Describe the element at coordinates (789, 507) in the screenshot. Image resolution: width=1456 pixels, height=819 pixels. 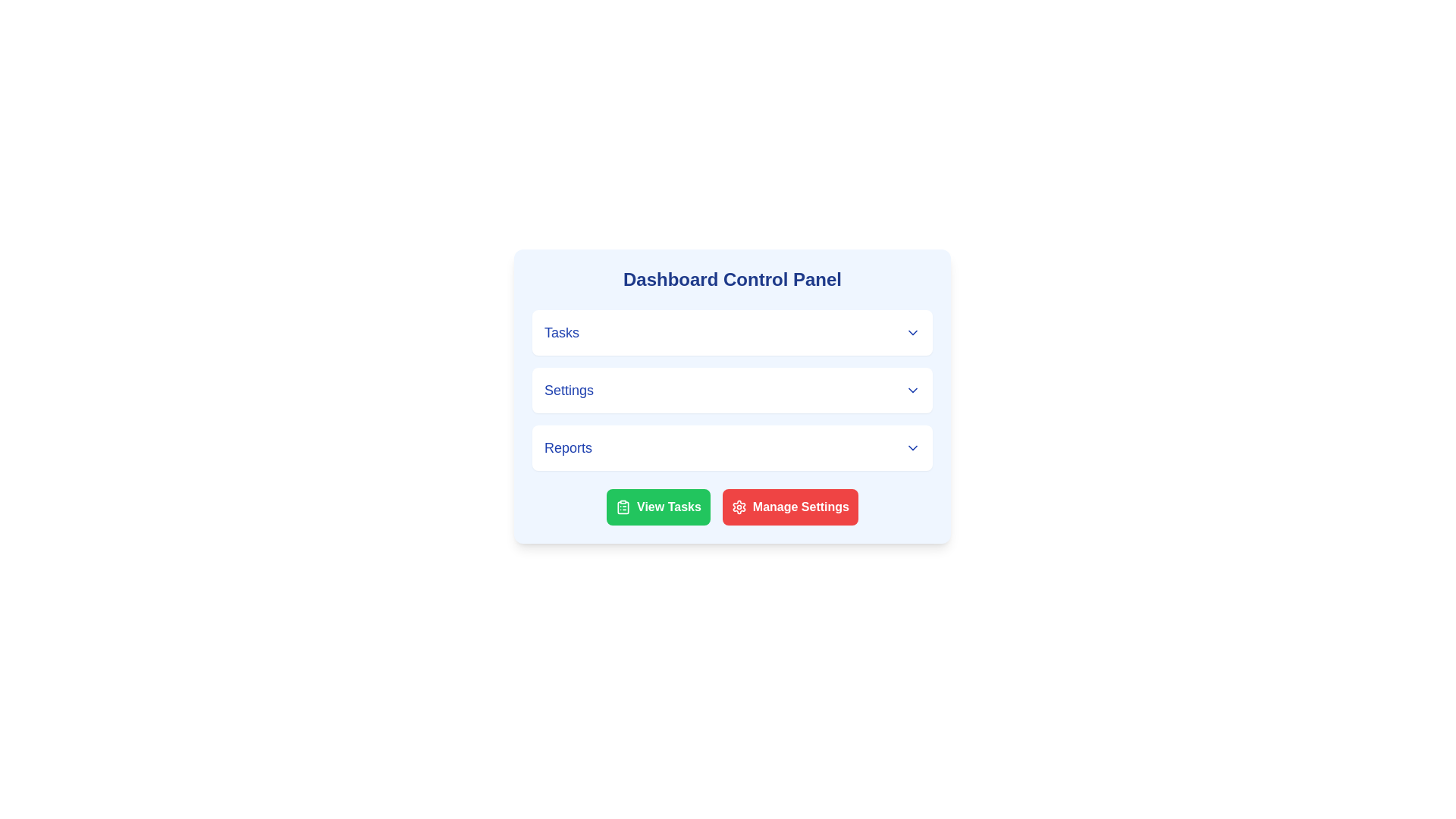
I see `the rounded rectangular button with a red background and white text reading 'Manage Settings' to manage settings` at that location.